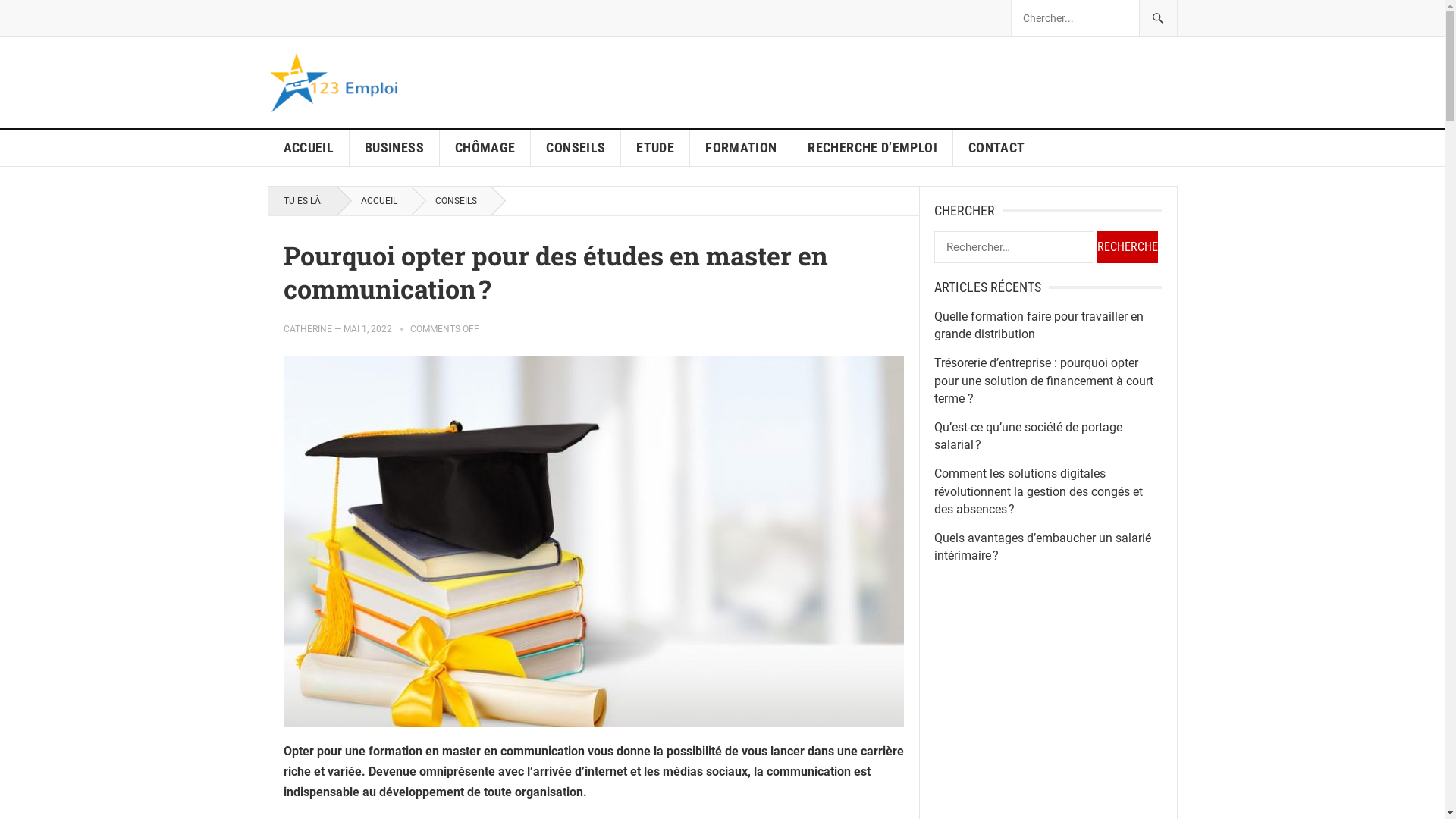  Describe the element at coordinates (741, 148) in the screenshot. I see `'FORMATION'` at that location.